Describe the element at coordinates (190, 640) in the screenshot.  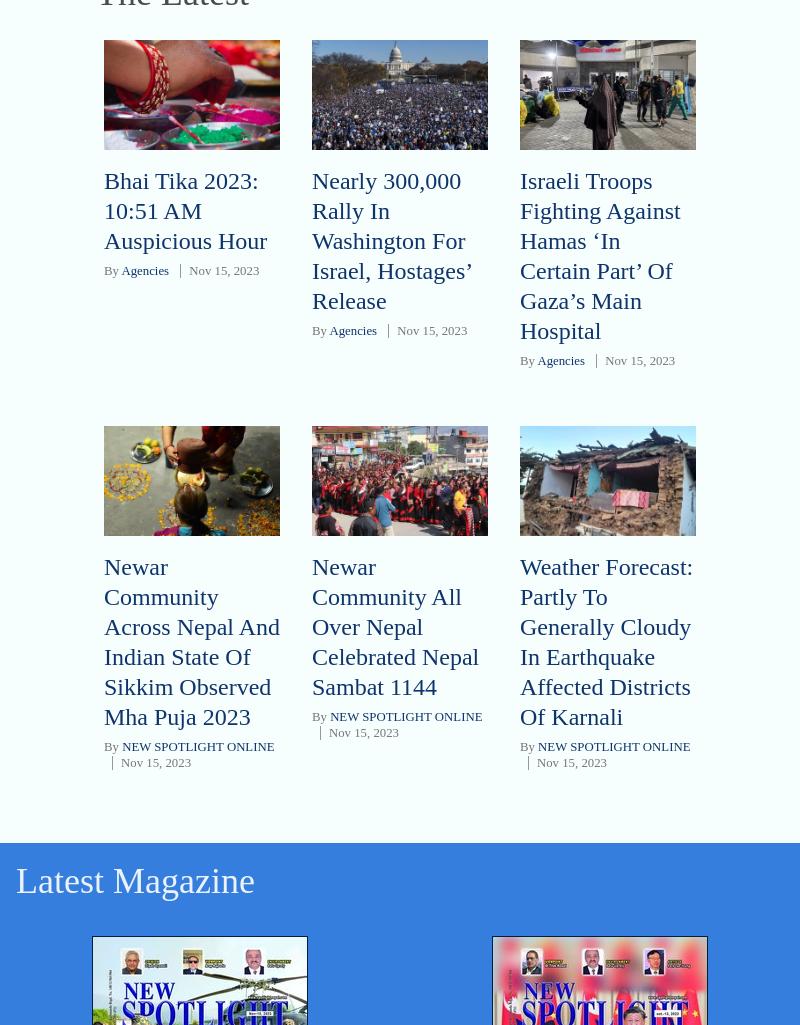
I see `'Newar Community Across Nepal And Indian State Of Sikkim Observed Mha Puja 2023'` at that location.